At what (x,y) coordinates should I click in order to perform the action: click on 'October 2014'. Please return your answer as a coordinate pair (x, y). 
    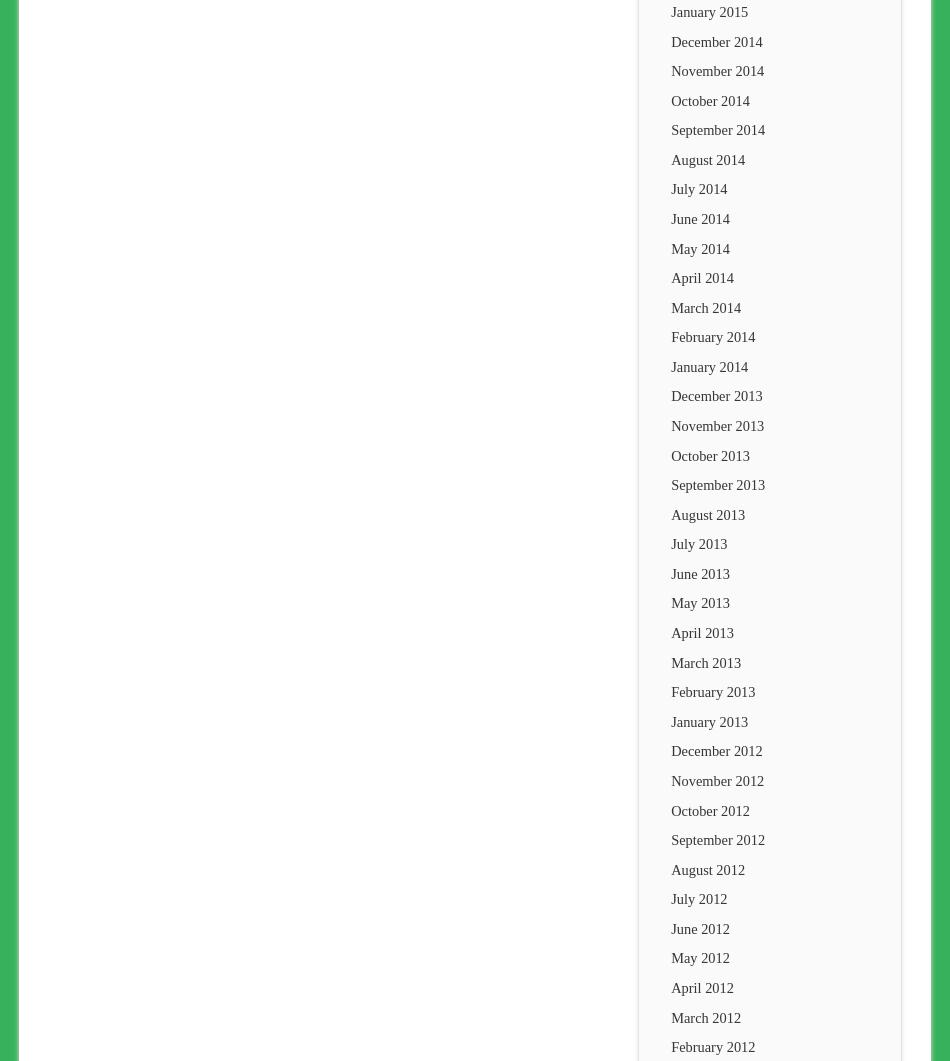
    Looking at the image, I should click on (710, 100).